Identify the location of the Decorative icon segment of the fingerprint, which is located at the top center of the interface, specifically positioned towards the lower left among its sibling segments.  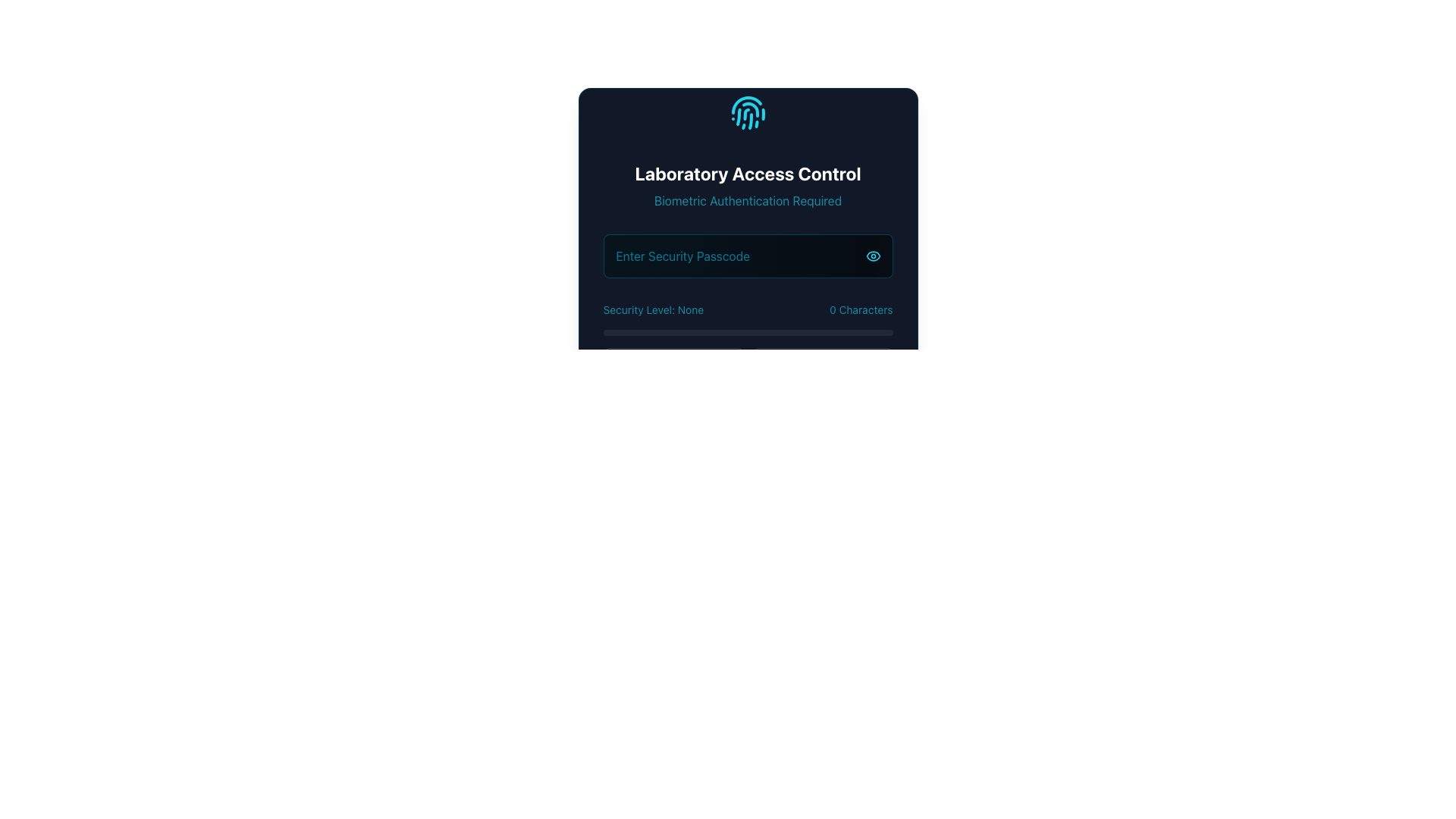
(738, 116).